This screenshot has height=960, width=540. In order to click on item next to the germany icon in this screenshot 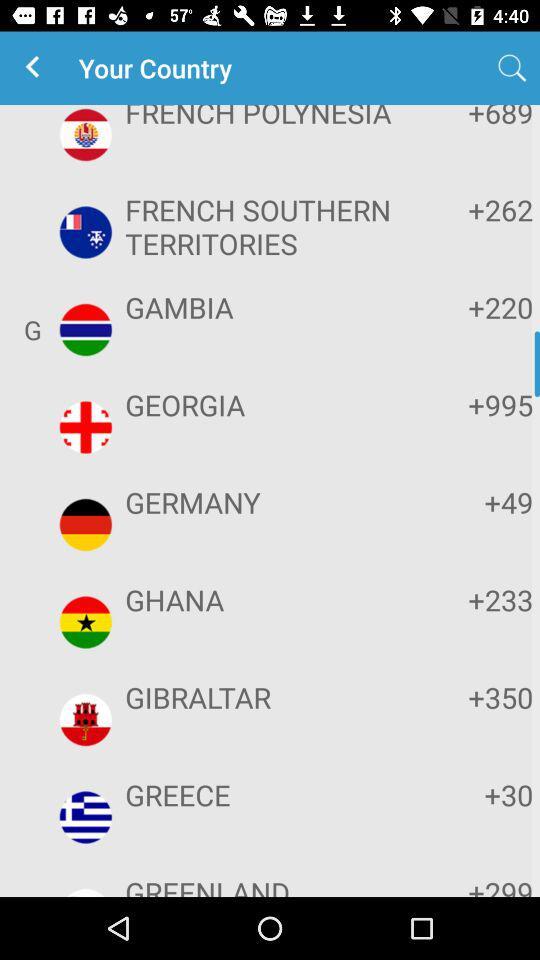, I will do `click(471, 501)`.